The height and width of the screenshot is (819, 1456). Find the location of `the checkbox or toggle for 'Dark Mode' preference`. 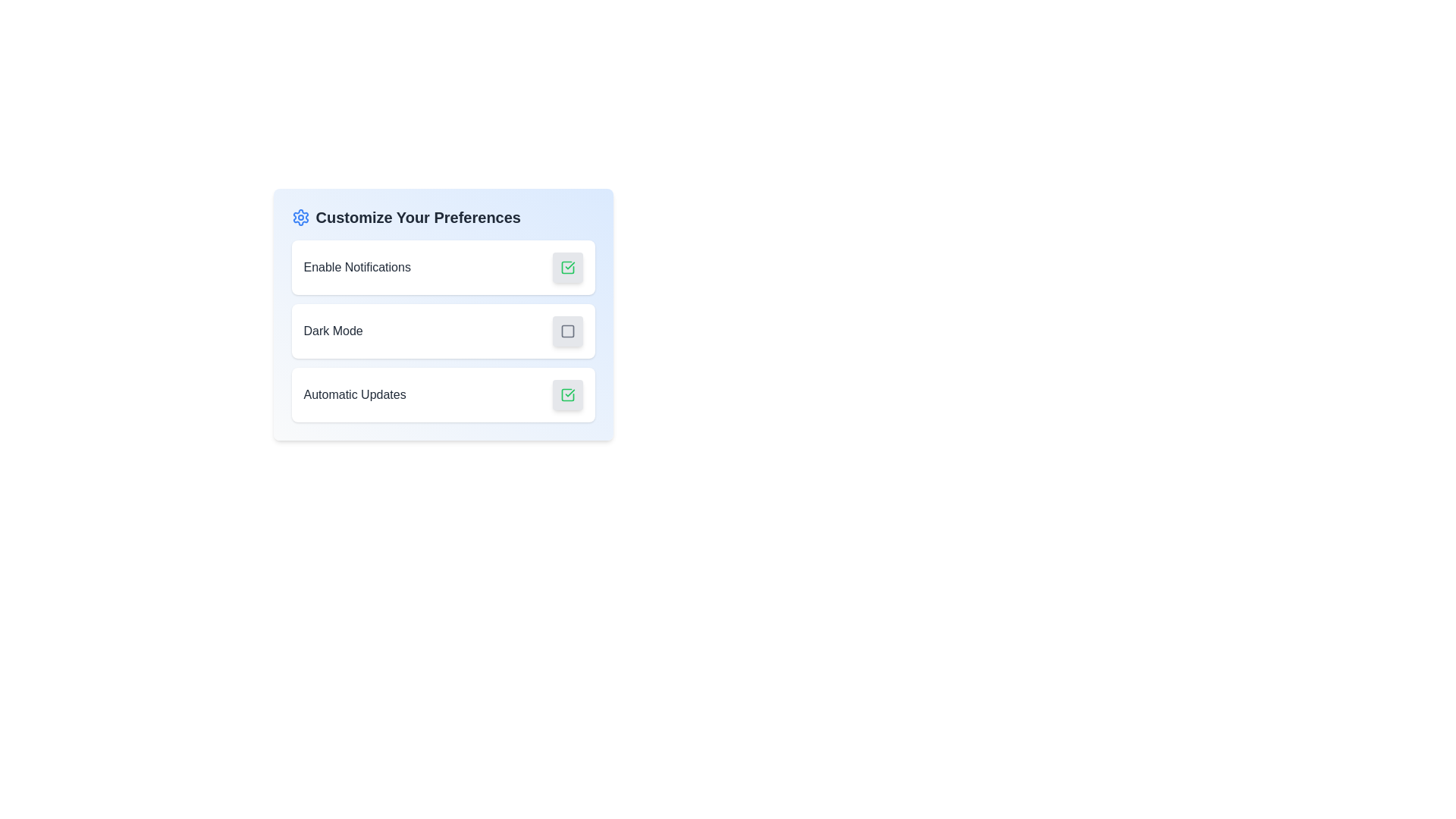

the checkbox or toggle for 'Dark Mode' preference is located at coordinates (566, 330).